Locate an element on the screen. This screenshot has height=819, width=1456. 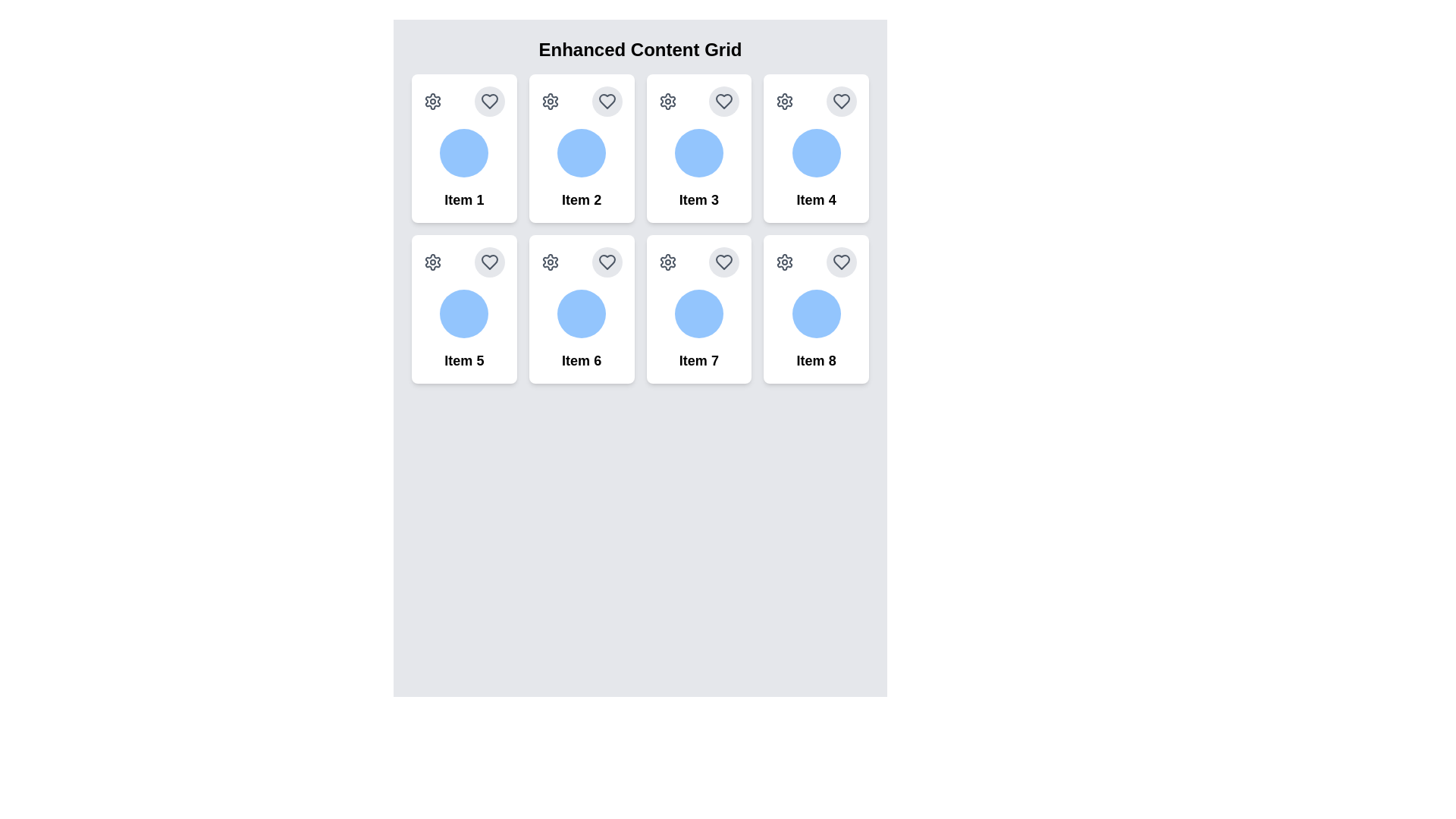
the primary outer shape of the settings icon located in the top-left corner of the card for 'Item 5' is located at coordinates (432, 262).